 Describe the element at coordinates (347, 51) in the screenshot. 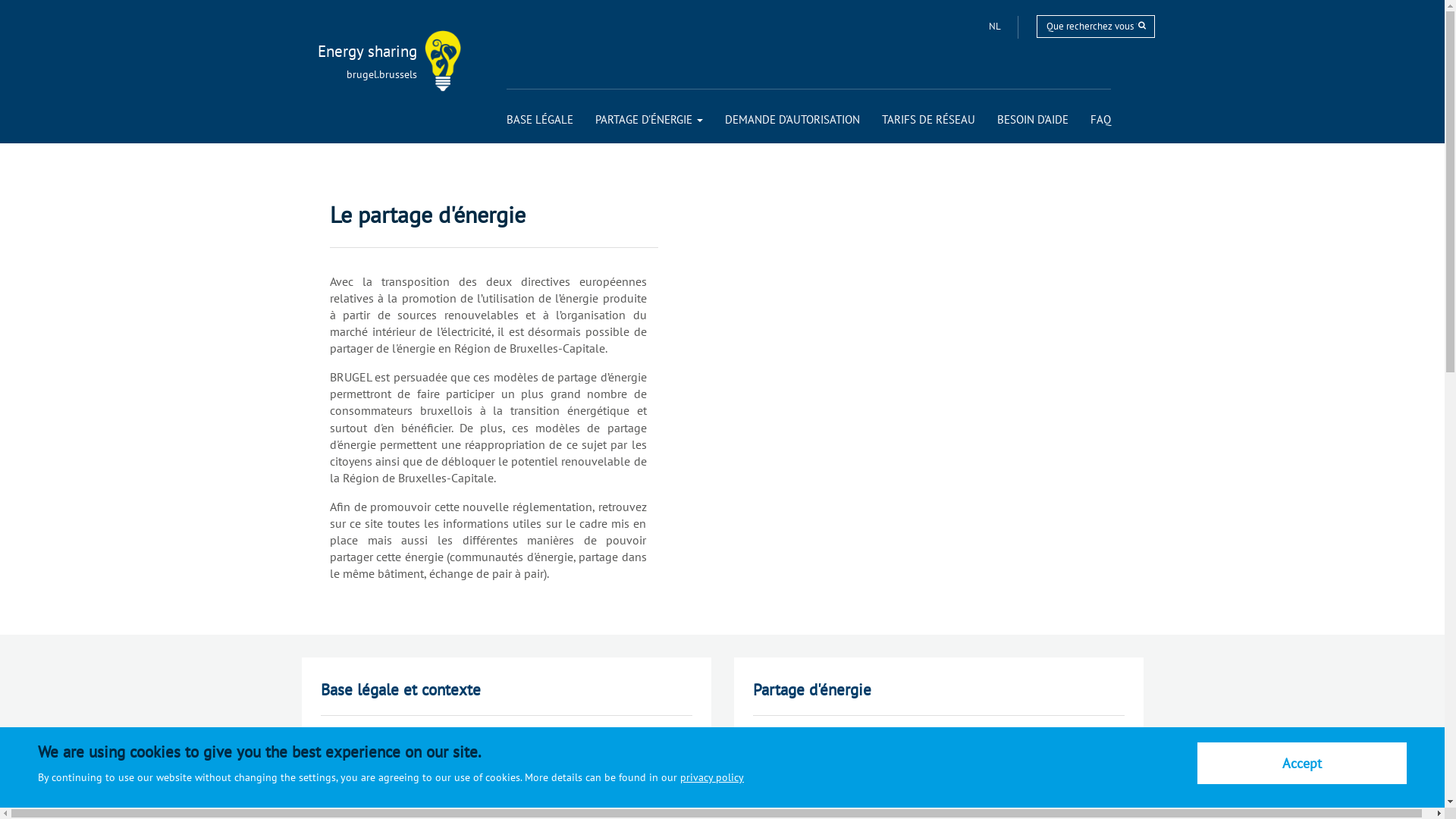

I see `'Energy sharing` at that location.